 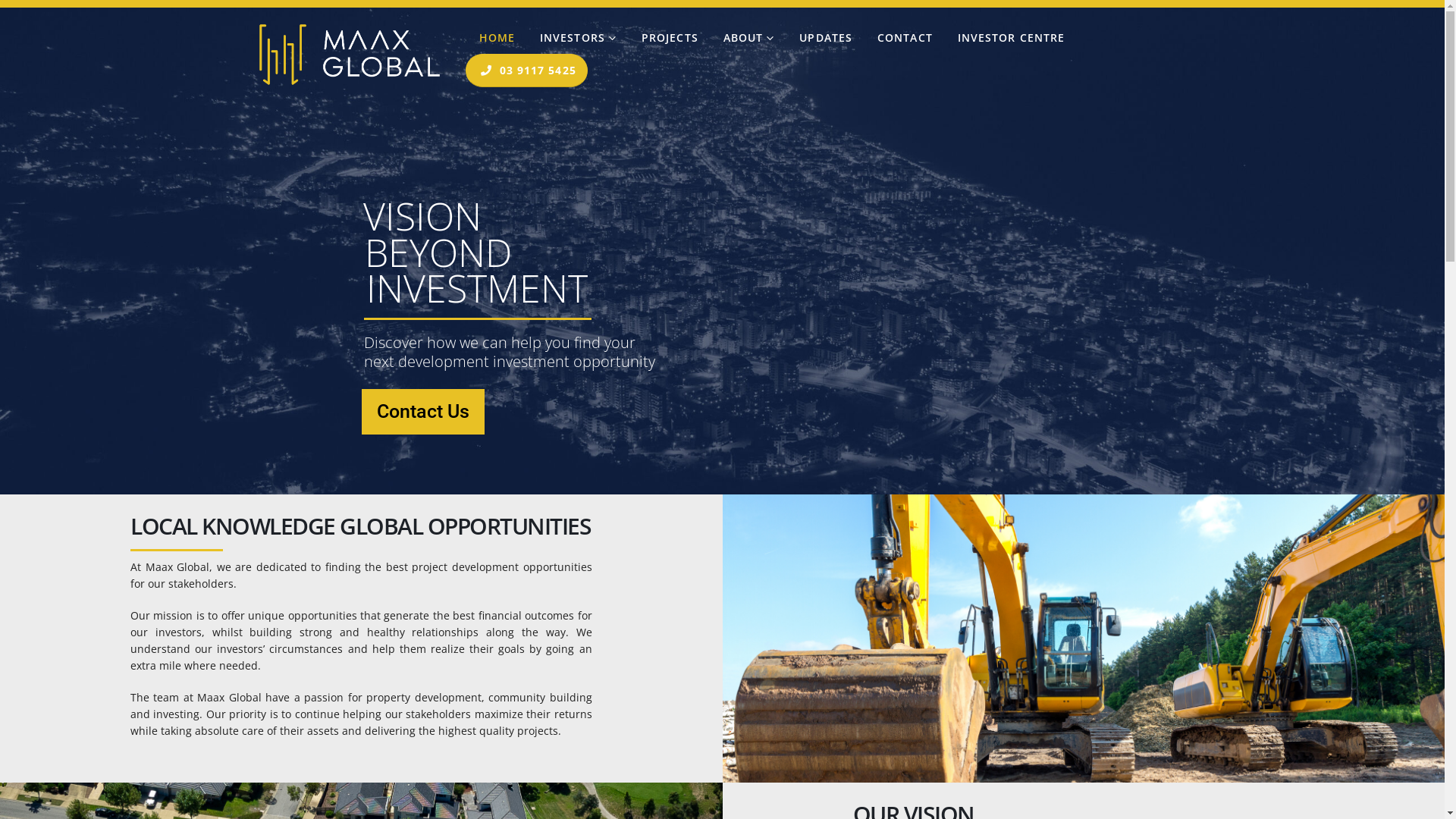 What do you see at coordinates (823, 37) in the screenshot?
I see `'UPDATES'` at bounding box center [823, 37].